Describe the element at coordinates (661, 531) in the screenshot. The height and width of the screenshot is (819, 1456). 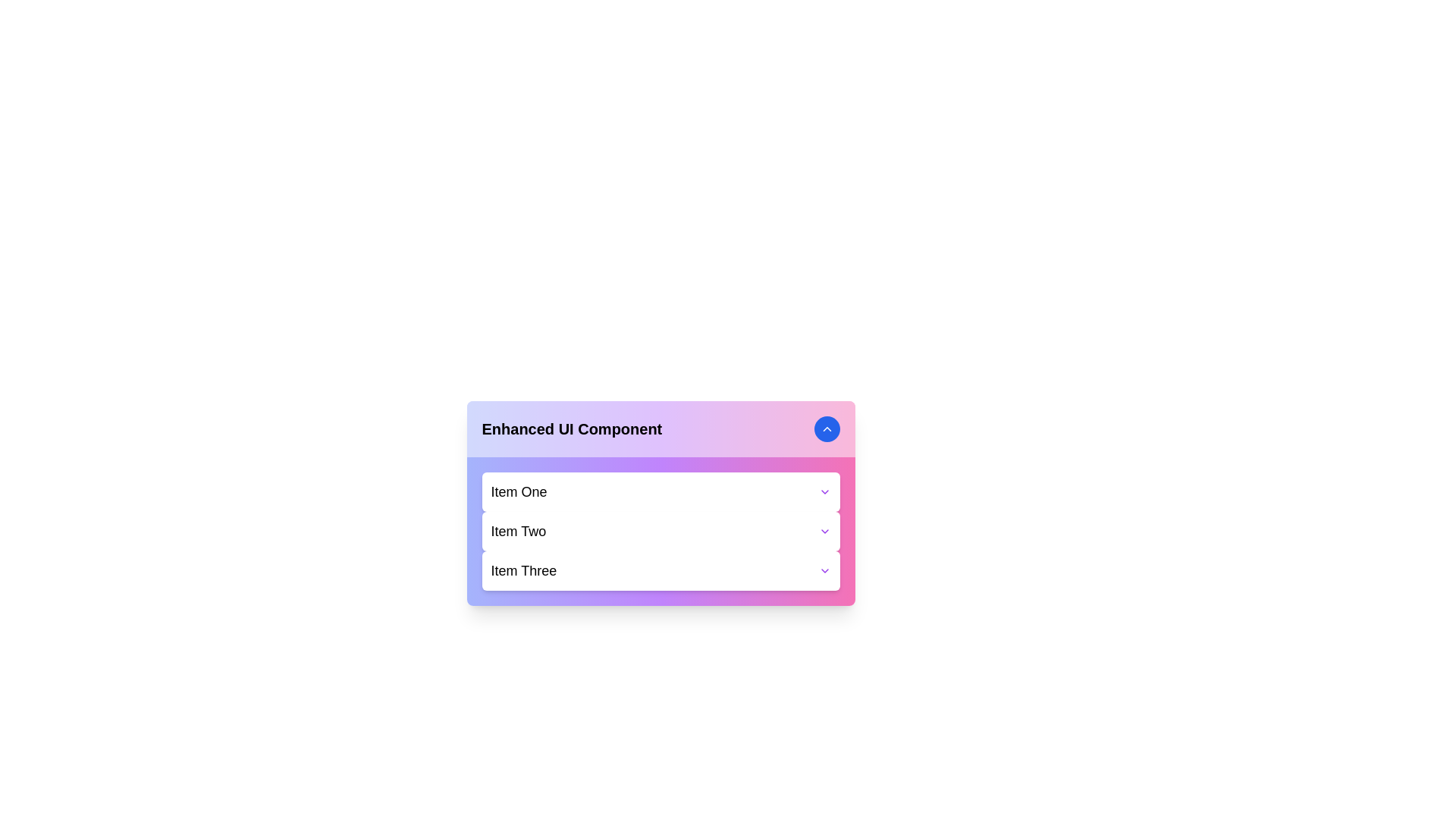
I see `the second item` at that location.